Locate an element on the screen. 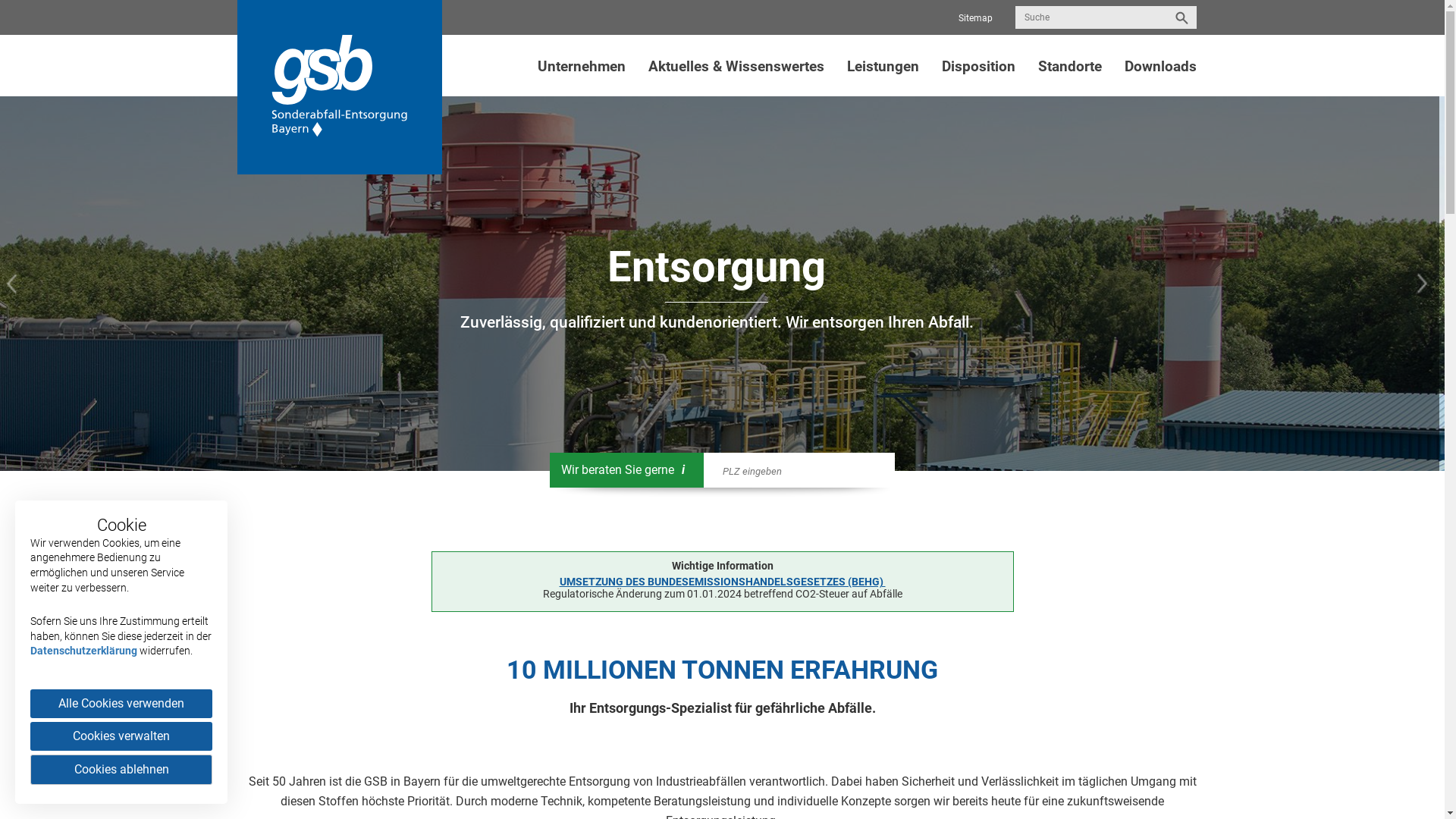  'Standorte' is located at coordinates (1069, 65).